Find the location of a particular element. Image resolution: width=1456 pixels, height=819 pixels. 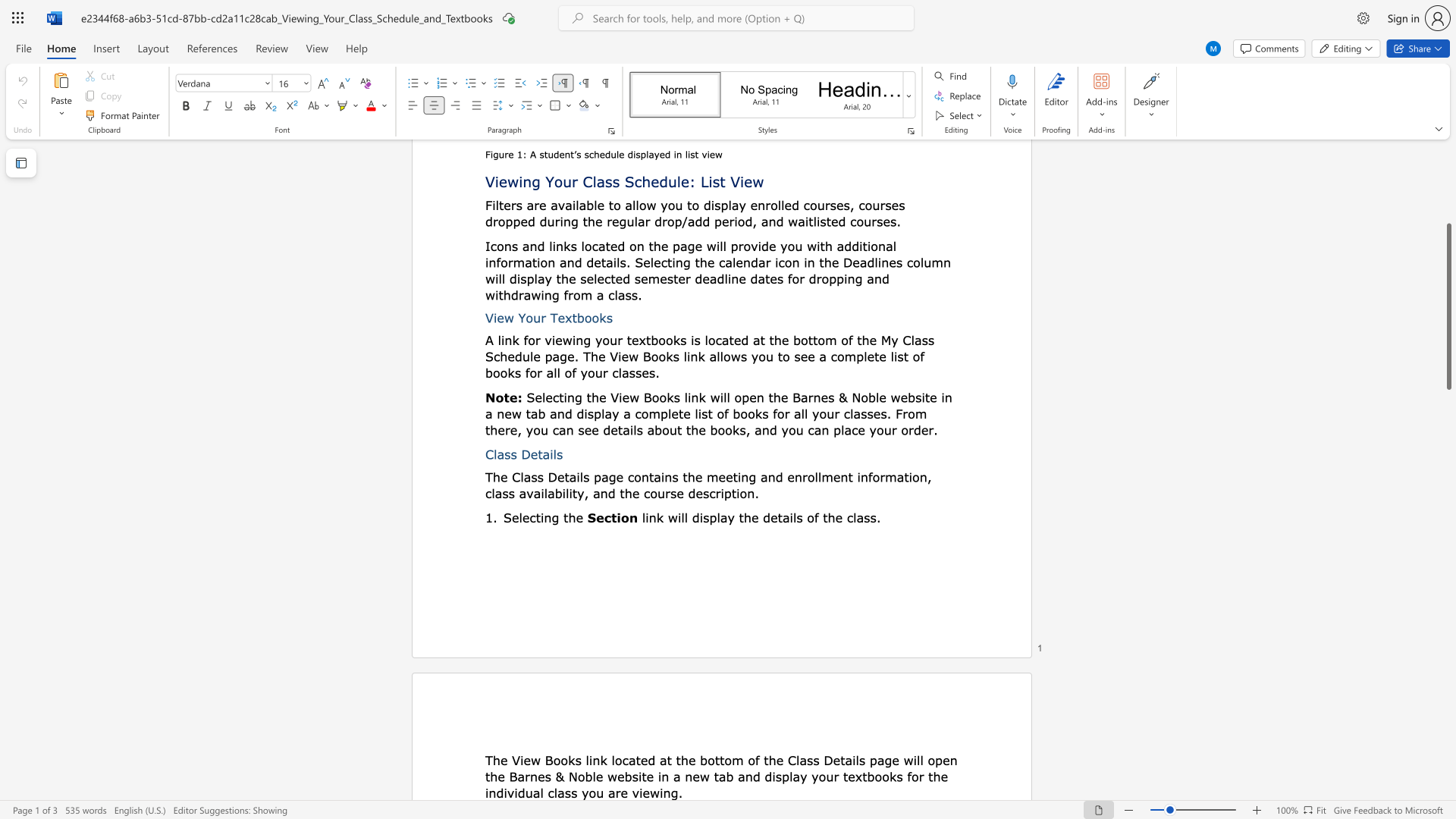

the scrollbar and move up 380 pixels is located at coordinates (1448, 306).